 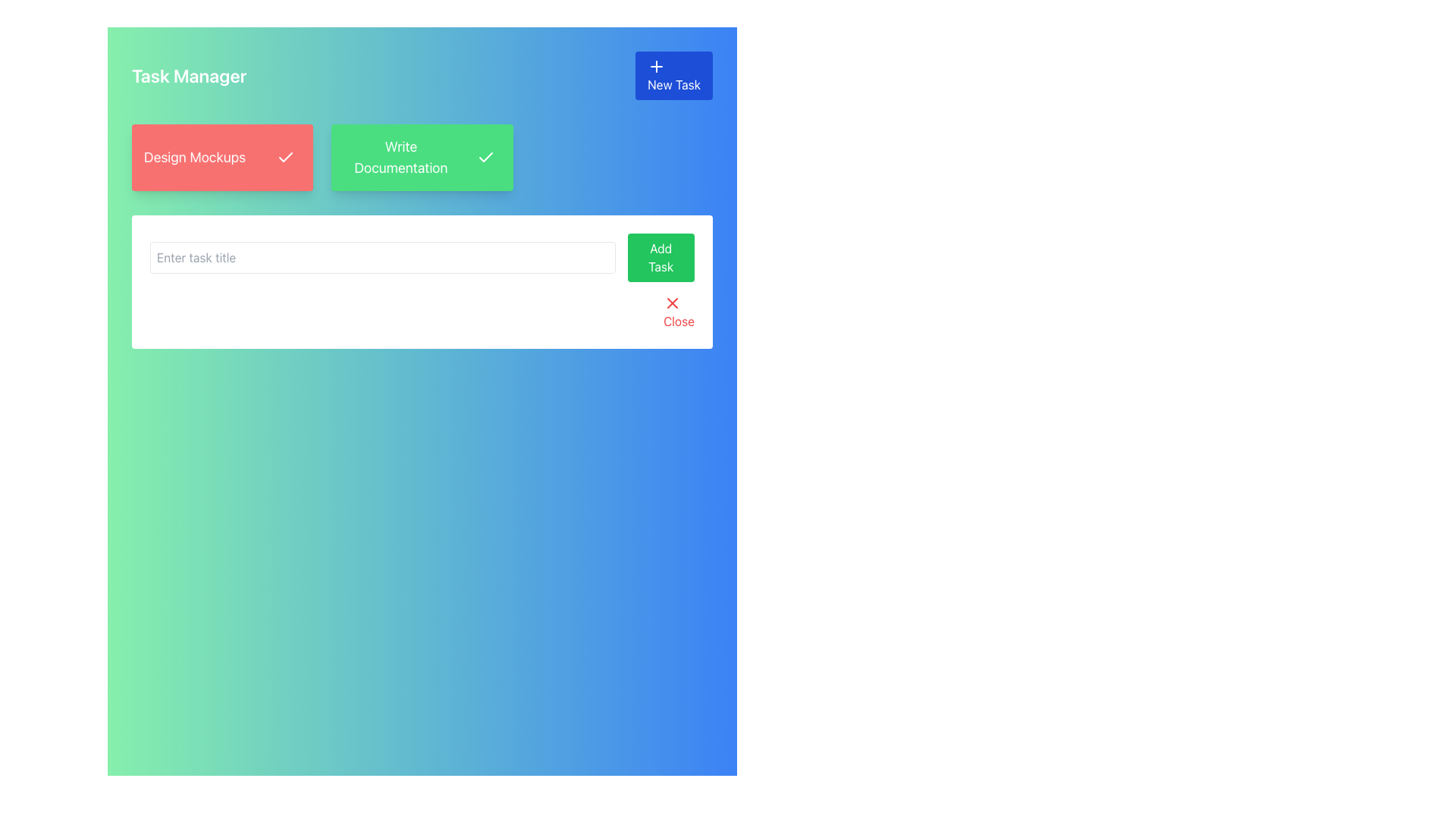 What do you see at coordinates (286, 157) in the screenshot?
I see `the small checkmark icon located within the 'Write Documentation' button, which is positioned centrally to the right side of the text` at bounding box center [286, 157].